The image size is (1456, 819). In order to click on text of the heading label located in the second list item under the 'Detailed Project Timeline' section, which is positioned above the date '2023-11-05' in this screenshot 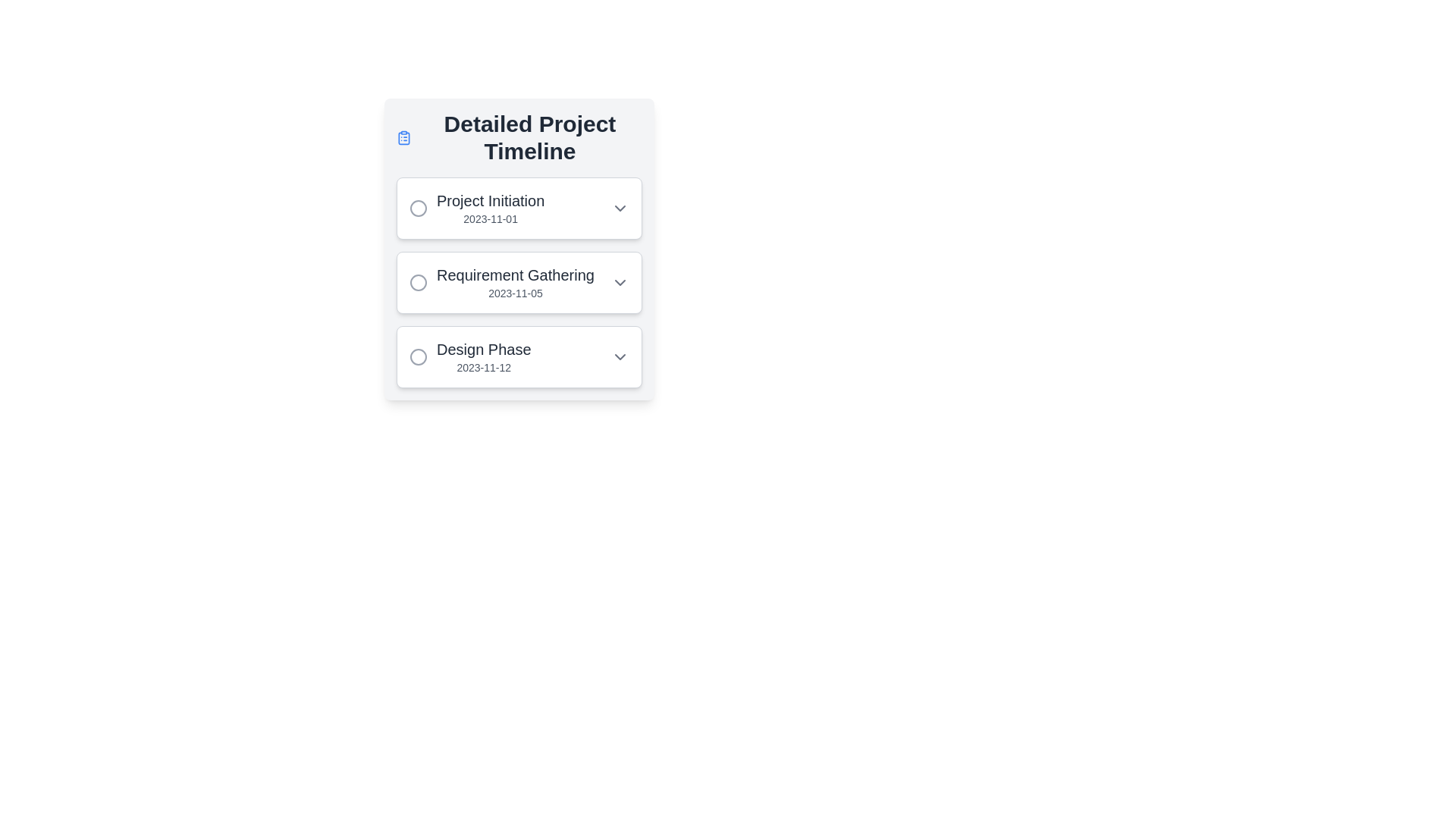, I will do `click(515, 275)`.